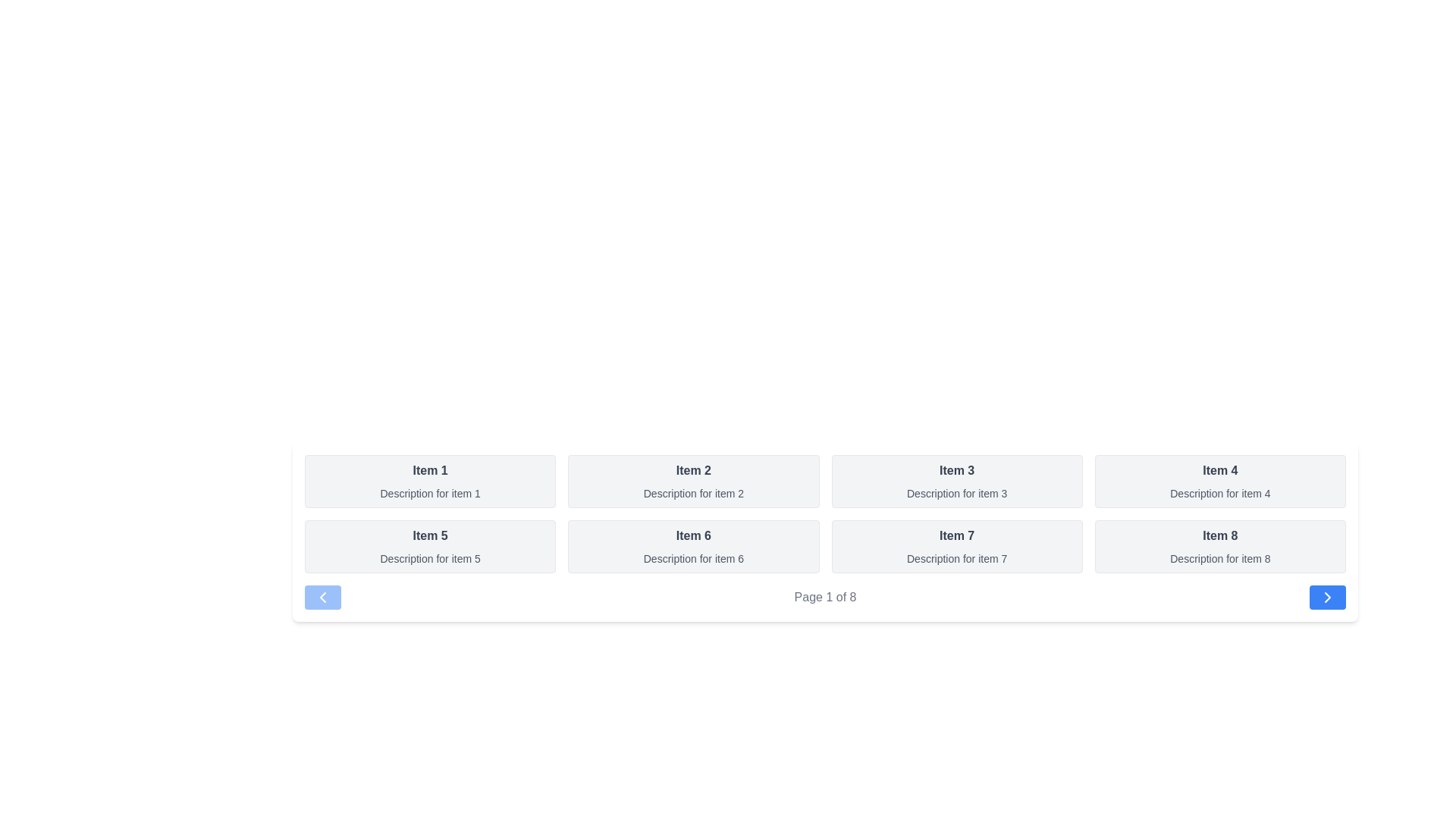  What do you see at coordinates (956, 547) in the screenshot?
I see `the Information card displaying 'Item 7' and its description, located in the third column of the second row in the grid layout` at bounding box center [956, 547].